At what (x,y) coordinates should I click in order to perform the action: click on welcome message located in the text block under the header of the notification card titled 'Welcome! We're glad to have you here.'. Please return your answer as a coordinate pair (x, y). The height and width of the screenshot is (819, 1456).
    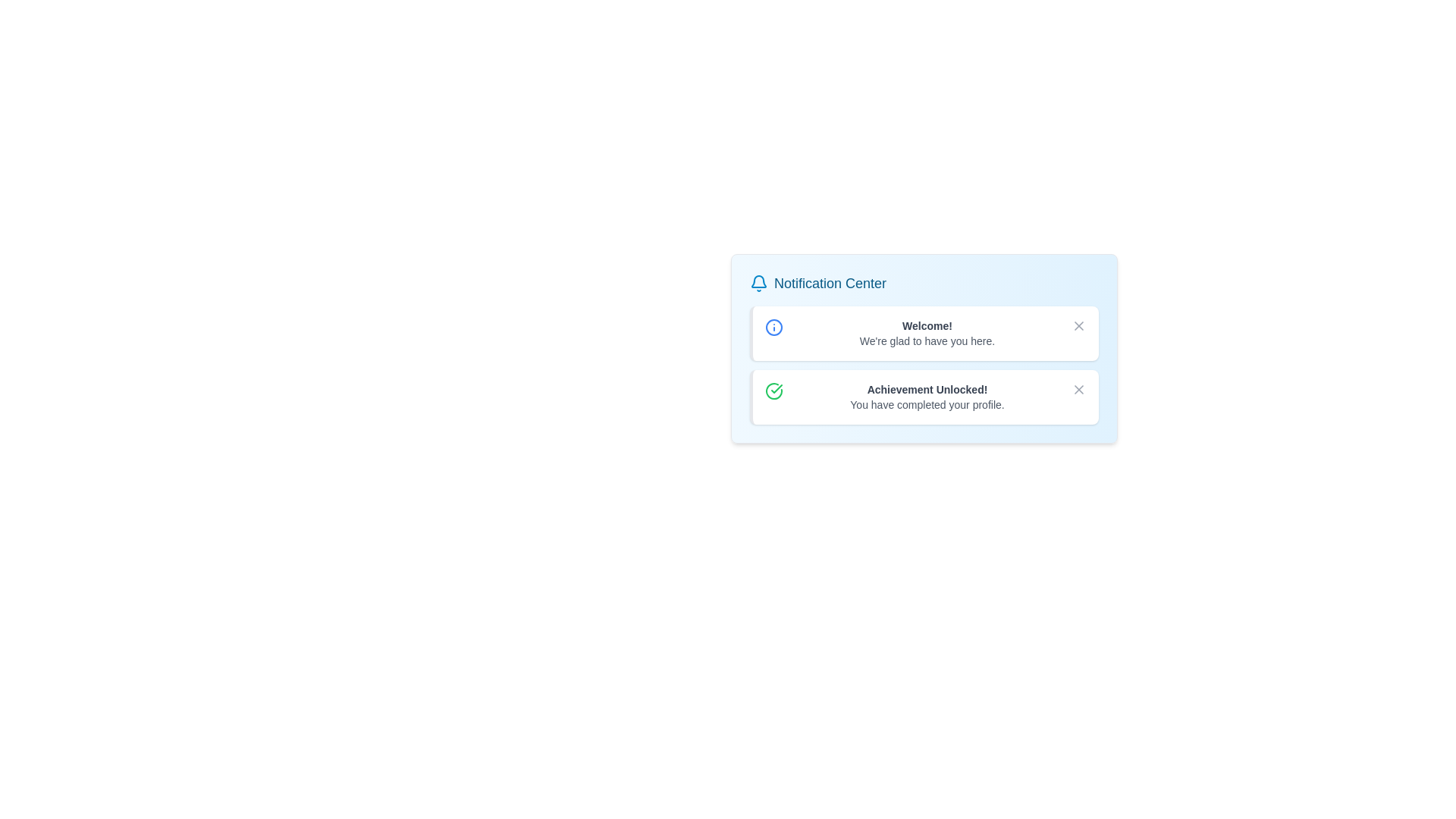
    Looking at the image, I should click on (927, 332).